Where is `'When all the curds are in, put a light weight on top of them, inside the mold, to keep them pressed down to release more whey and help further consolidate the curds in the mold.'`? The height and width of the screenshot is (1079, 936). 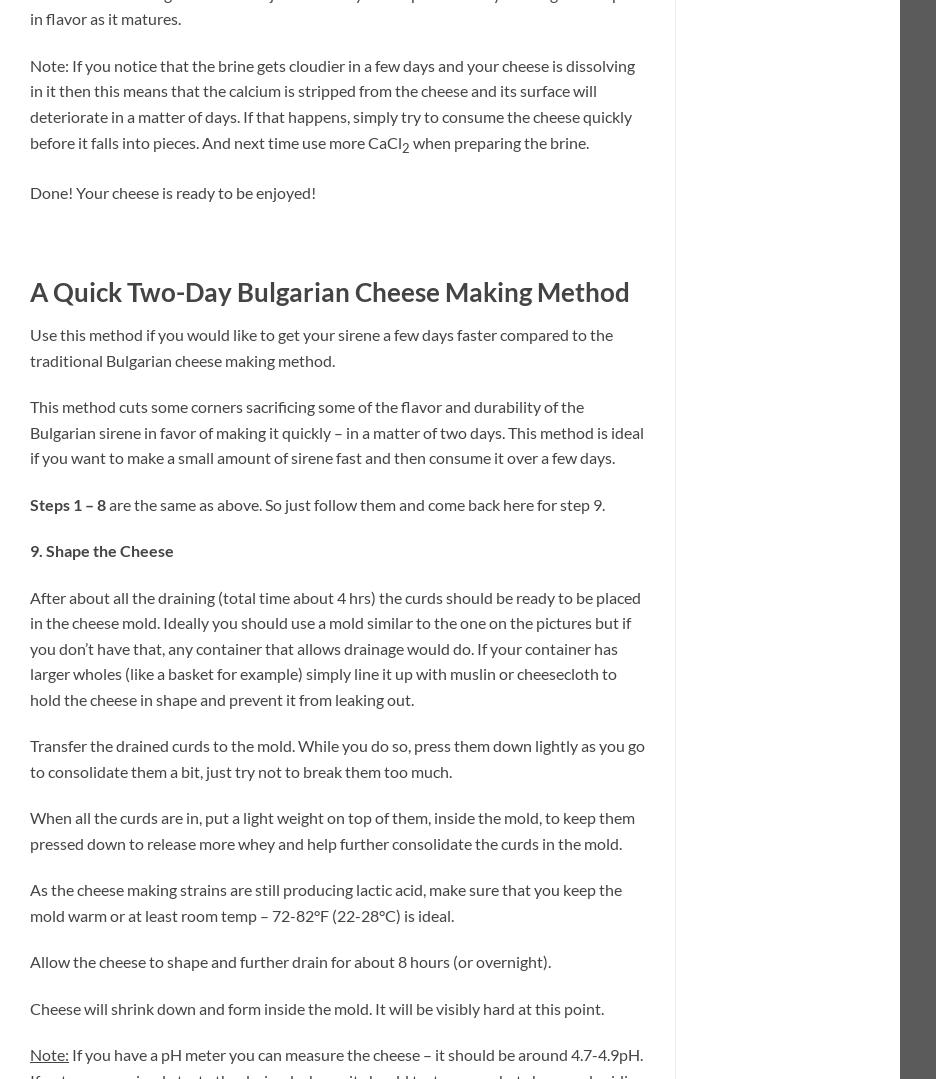 'When all the curds are in, put a light weight on top of them, inside the mold, to keep them pressed down to release more whey and help further consolidate the curds in the mold.' is located at coordinates (331, 830).